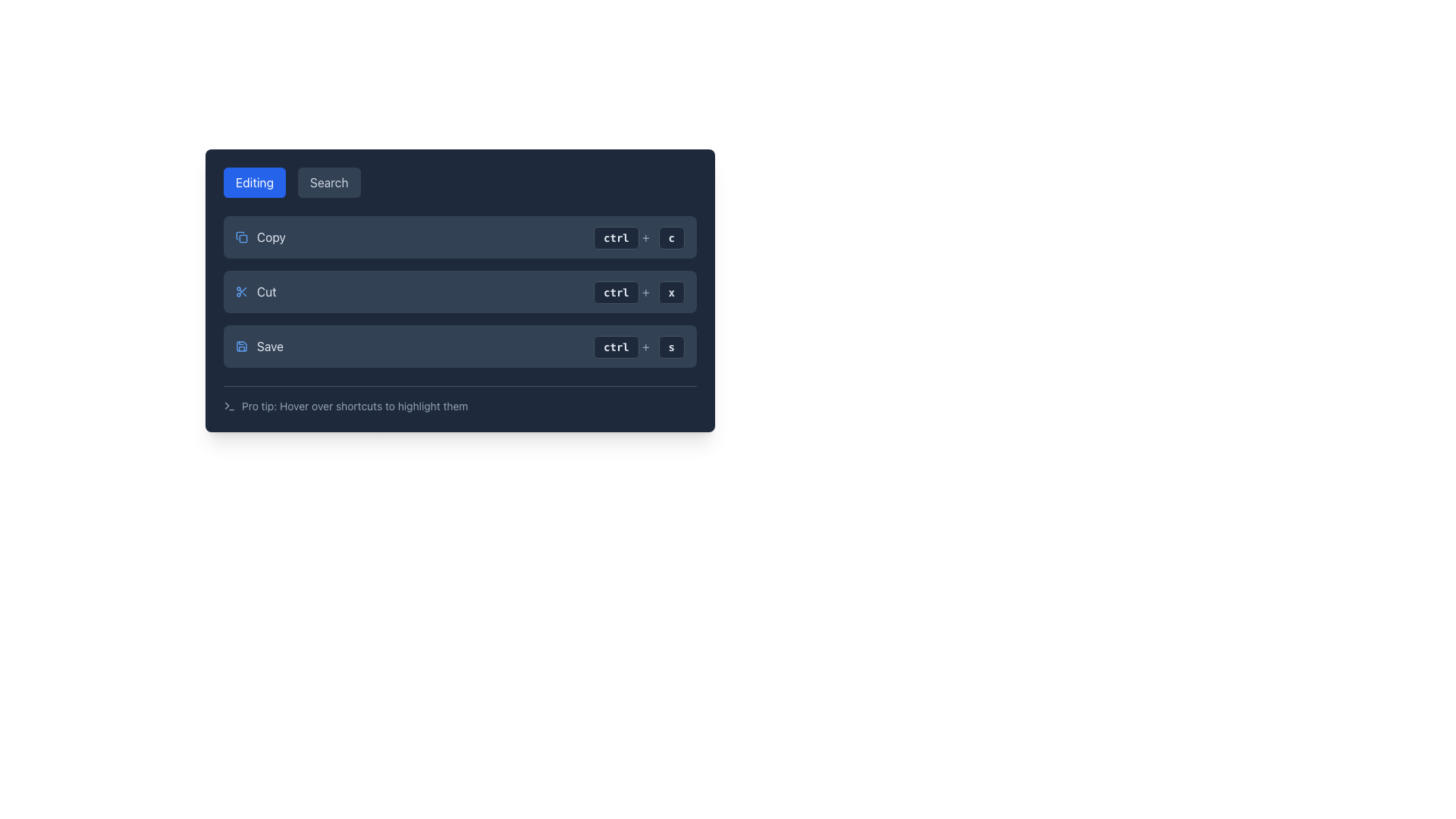  Describe the element at coordinates (255, 181) in the screenshot. I see `the blue button with white text labeled 'Editing', located in the top-left corner of a dark-themed panel` at that location.